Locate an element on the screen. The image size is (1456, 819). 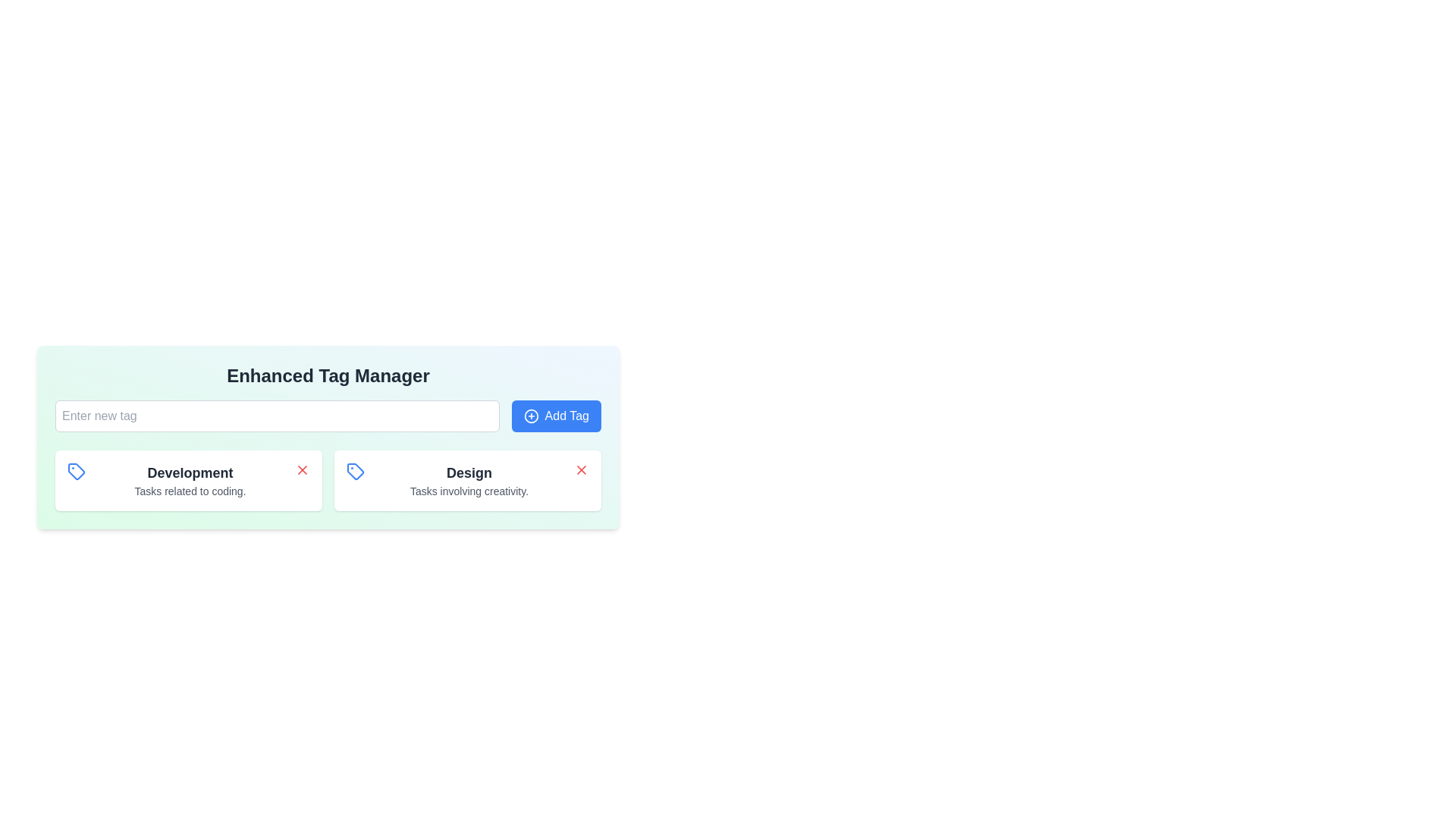
the uppermost vector graphic element that resembles a tag shape with rounded edges, located within the 'Design' tag in the Enhanced Tag Manager interface is located at coordinates (75, 470).